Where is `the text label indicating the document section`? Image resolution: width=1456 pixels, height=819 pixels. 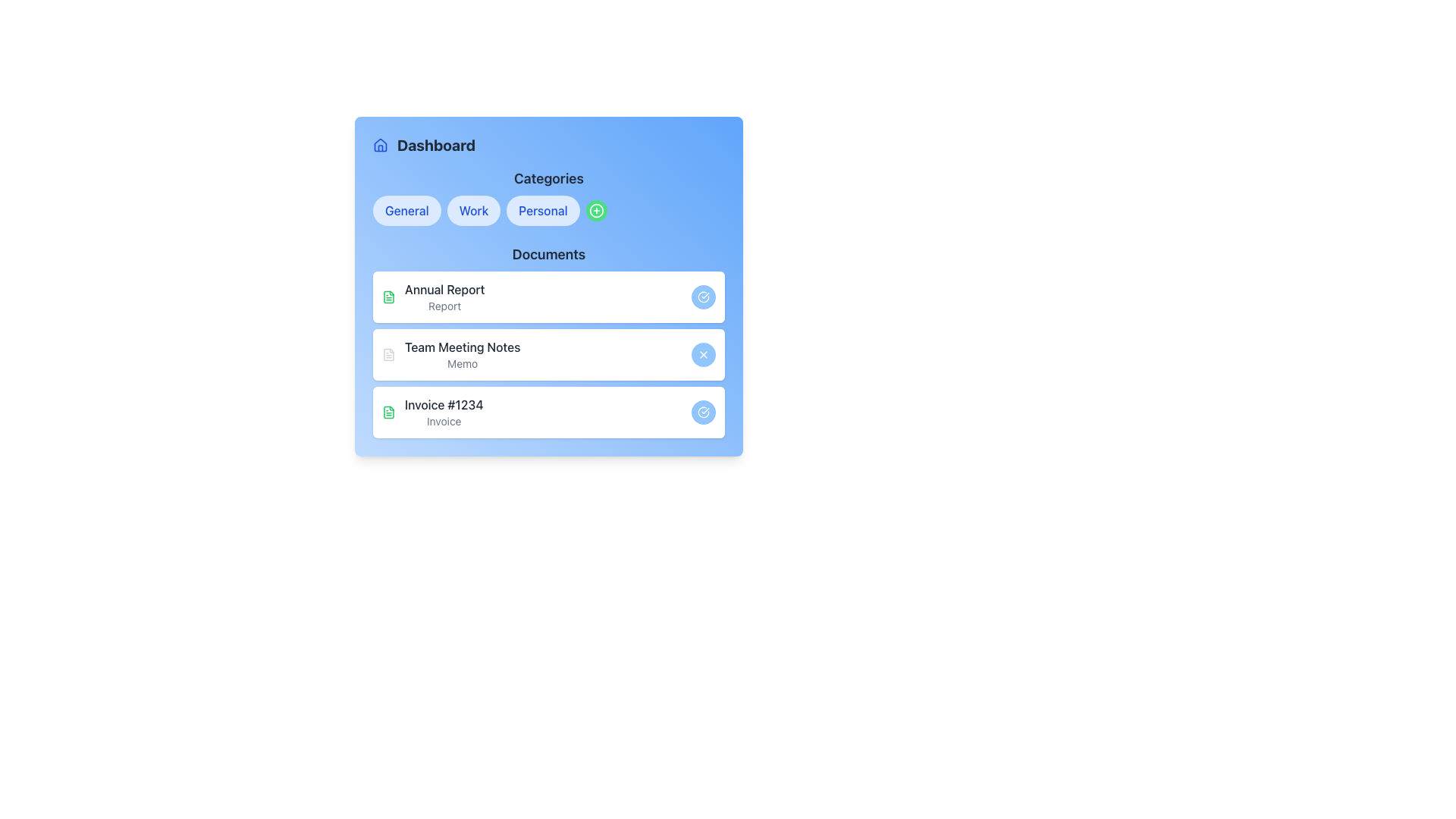 the text label indicating the document section is located at coordinates (548, 253).